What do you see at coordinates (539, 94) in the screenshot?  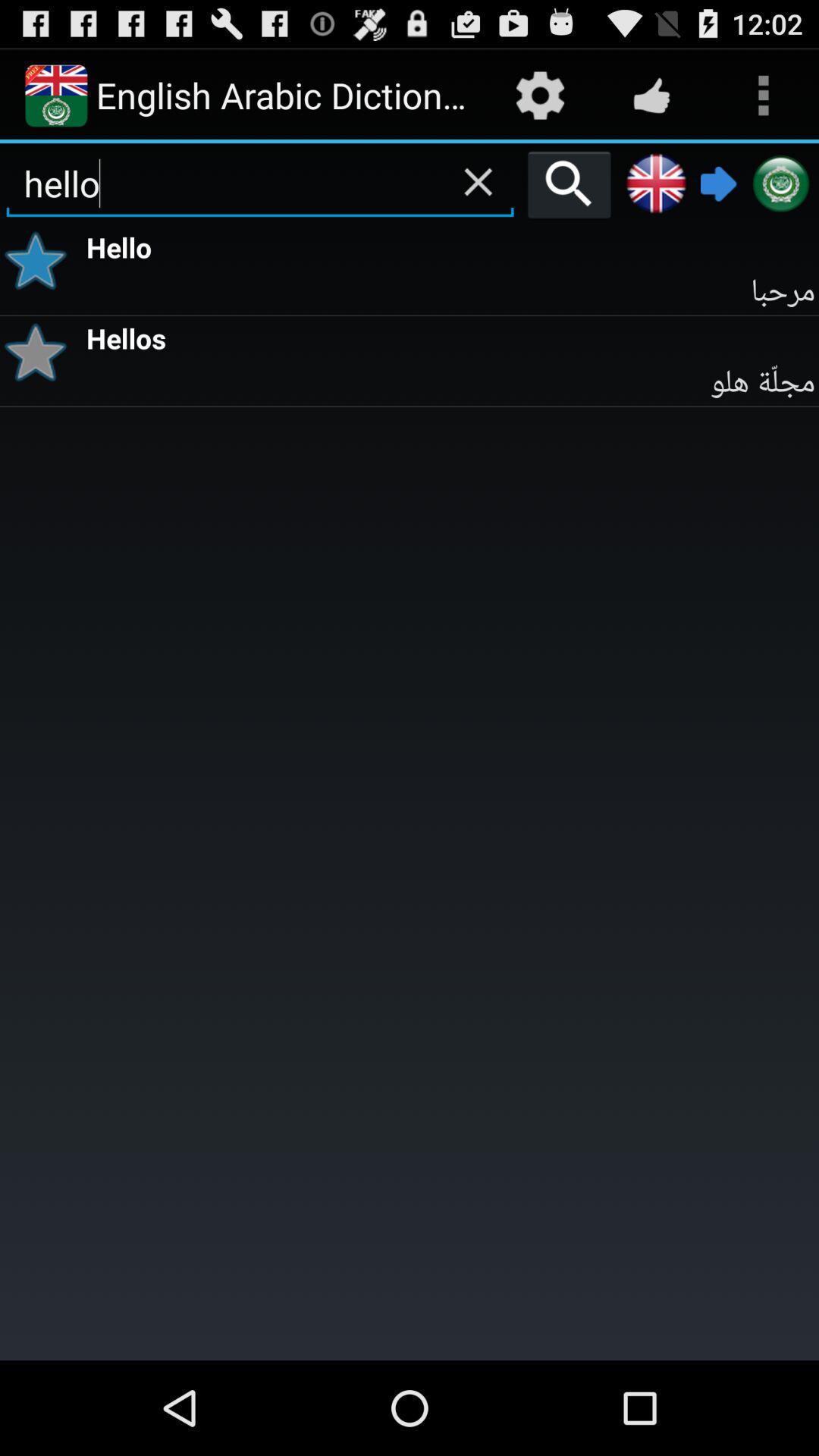 I see `the icon next to the english arabic dictionary icon` at bounding box center [539, 94].